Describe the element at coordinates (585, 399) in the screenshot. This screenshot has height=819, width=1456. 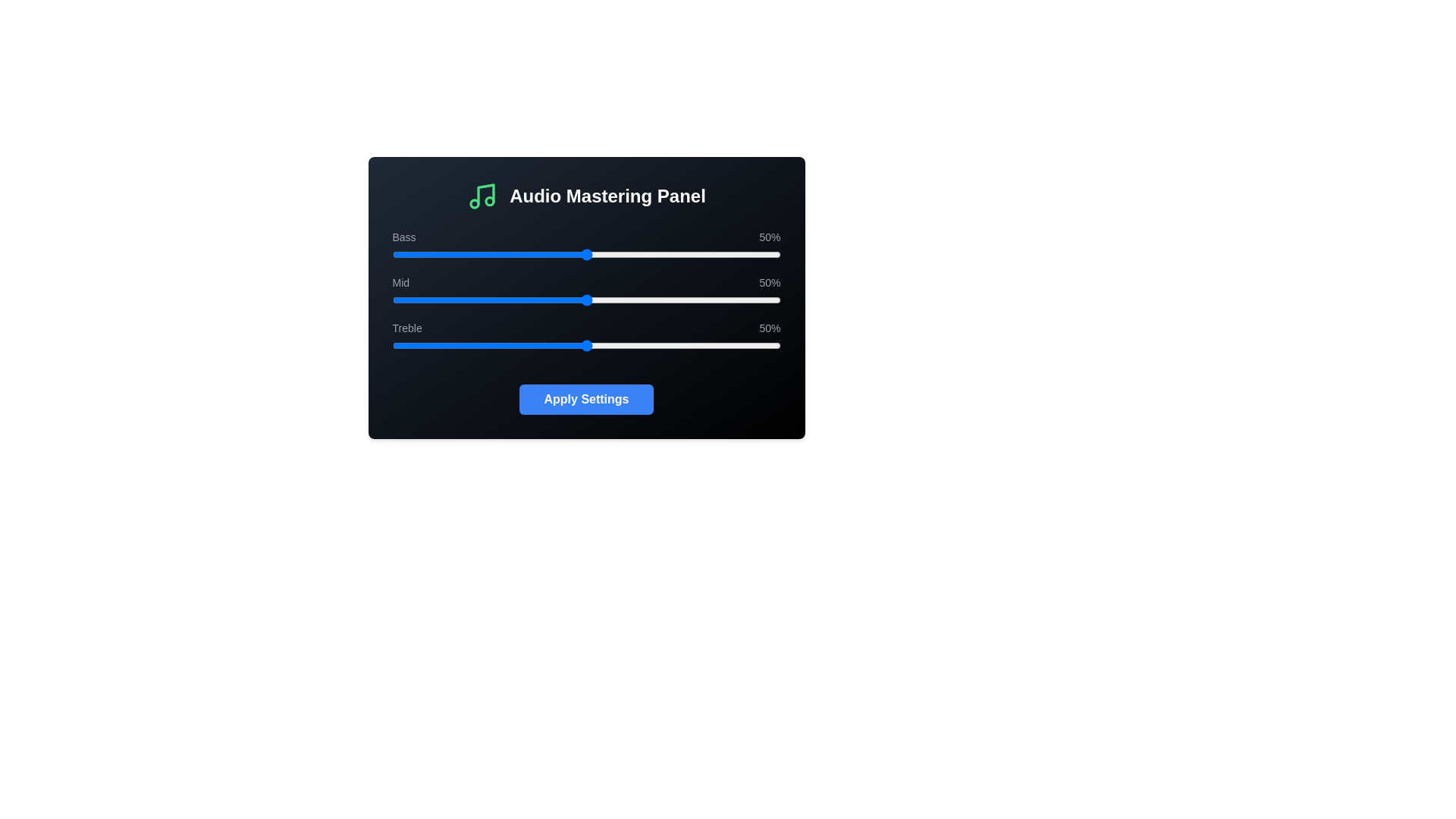
I see `the 'Apply Settings' button` at that location.